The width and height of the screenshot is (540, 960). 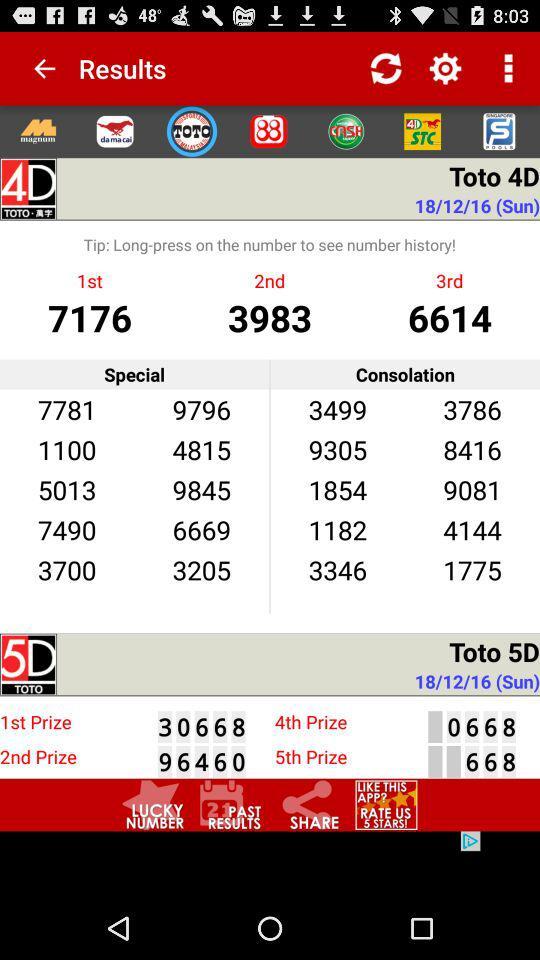 I want to click on results for cash sweep, so click(x=344, y=130).